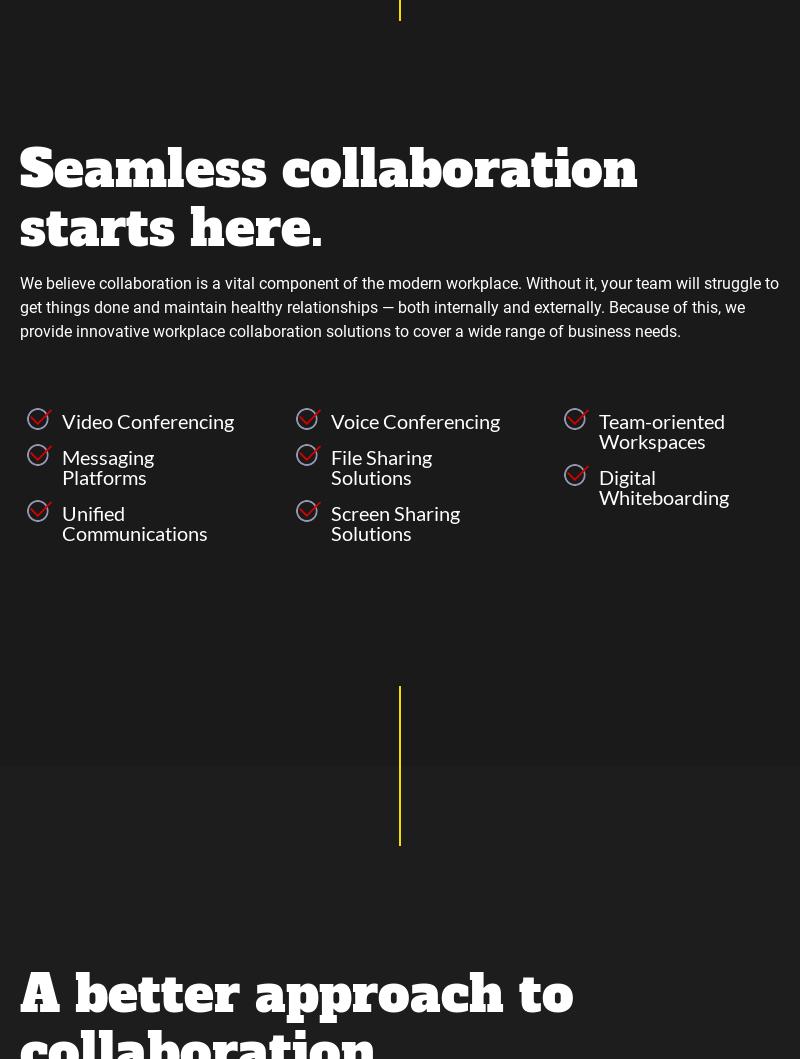  What do you see at coordinates (414, 418) in the screenshot?
I see `'Voice Conferencing'` at bounding box center [414, 418].